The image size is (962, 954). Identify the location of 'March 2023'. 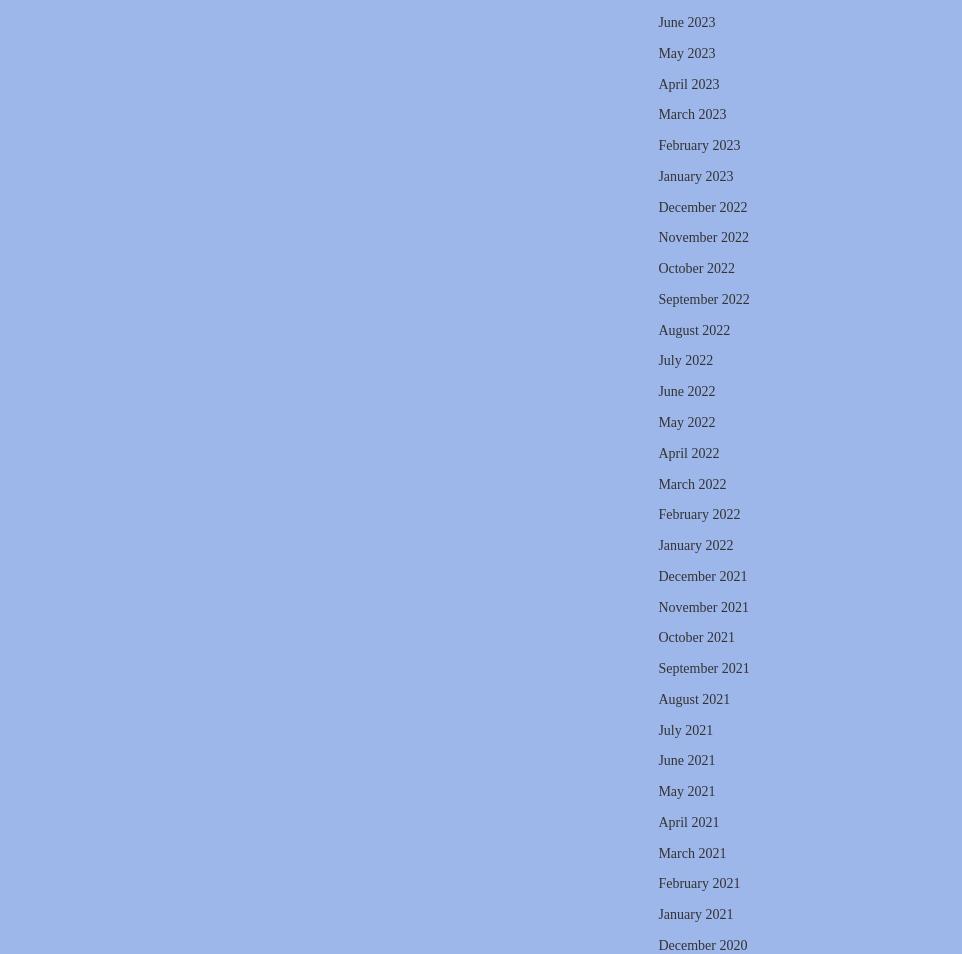
(658, 113).